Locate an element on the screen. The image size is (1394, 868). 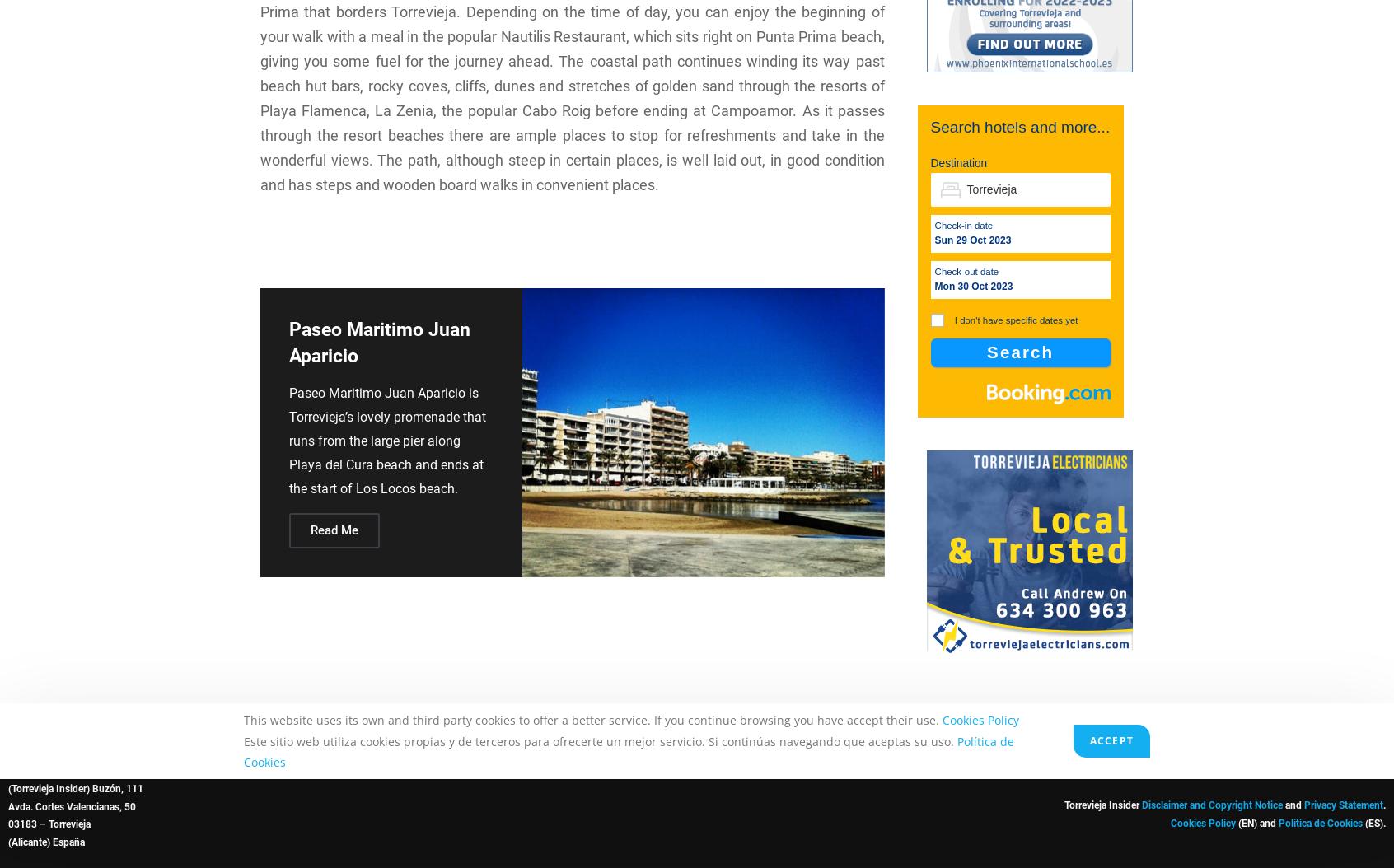
'Check-in date' is located at coordinates (962, 225).